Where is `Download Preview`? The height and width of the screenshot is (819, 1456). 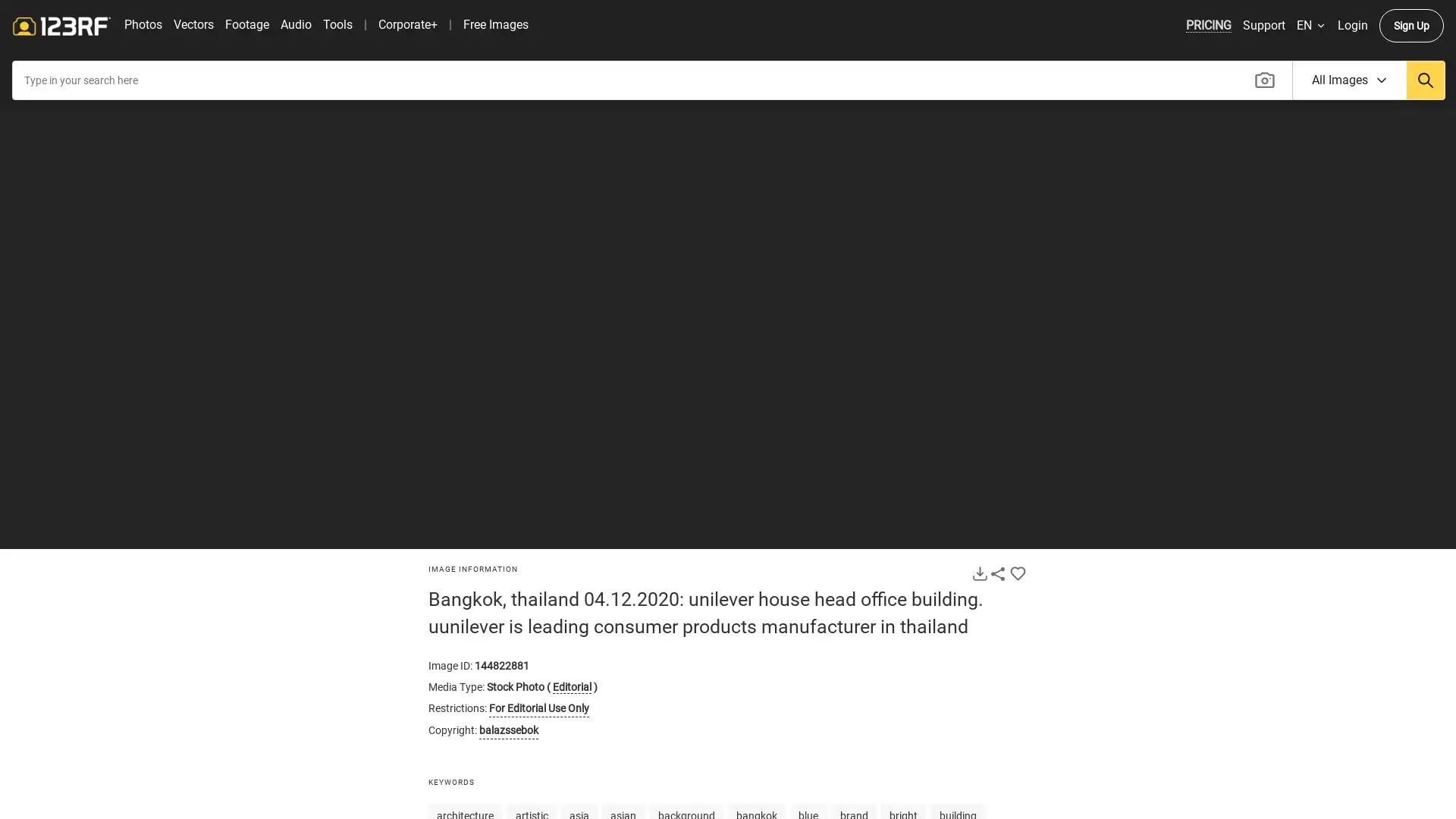 Download Preview is located at coordinates (980, 626).